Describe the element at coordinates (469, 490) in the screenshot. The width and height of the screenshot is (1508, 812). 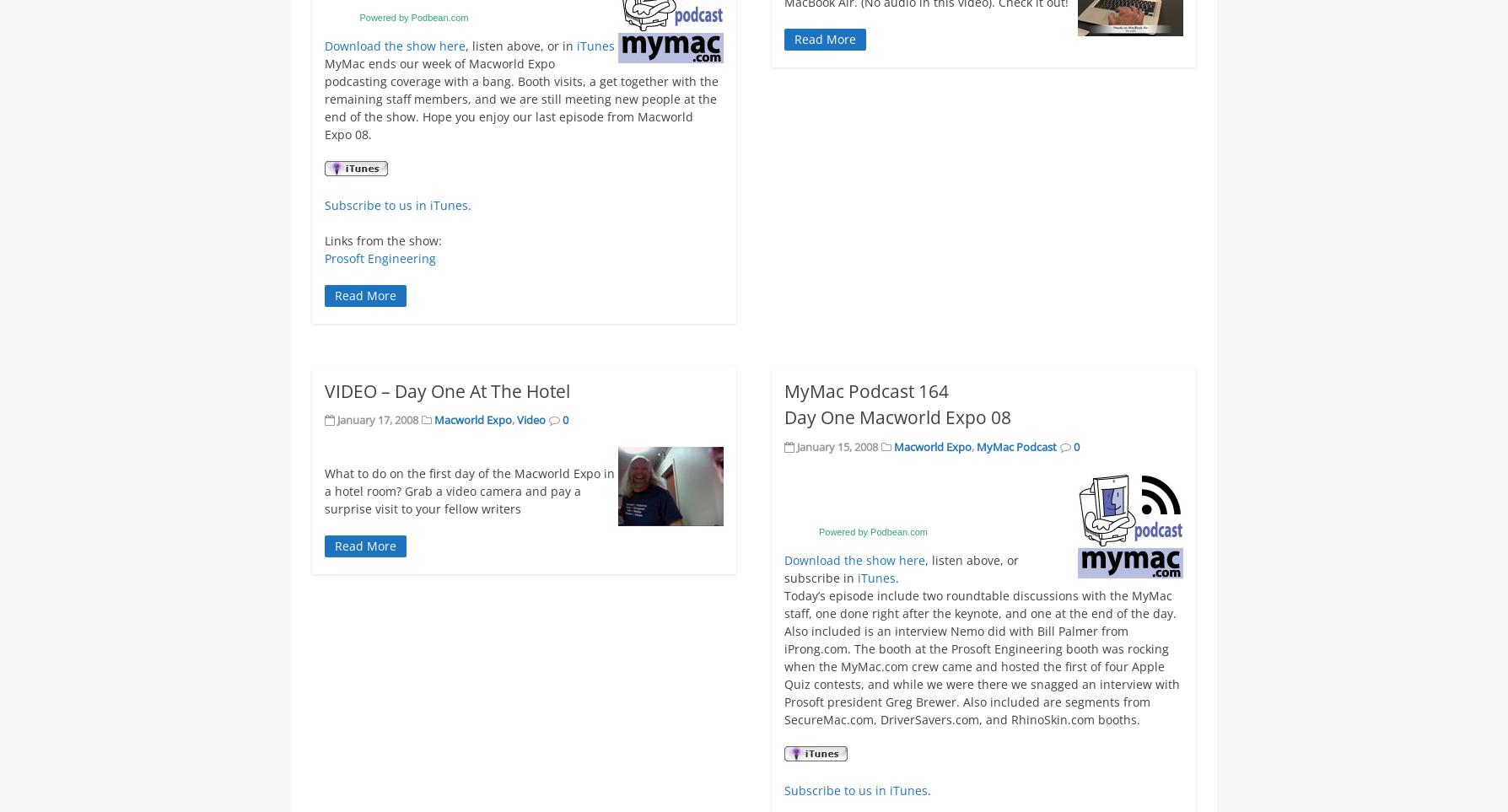
I see `'What to do on the first day of the Macworld Expo in a hotel room? Grab a video camera and pay a surprise visit to your fellow writers'` at that location.